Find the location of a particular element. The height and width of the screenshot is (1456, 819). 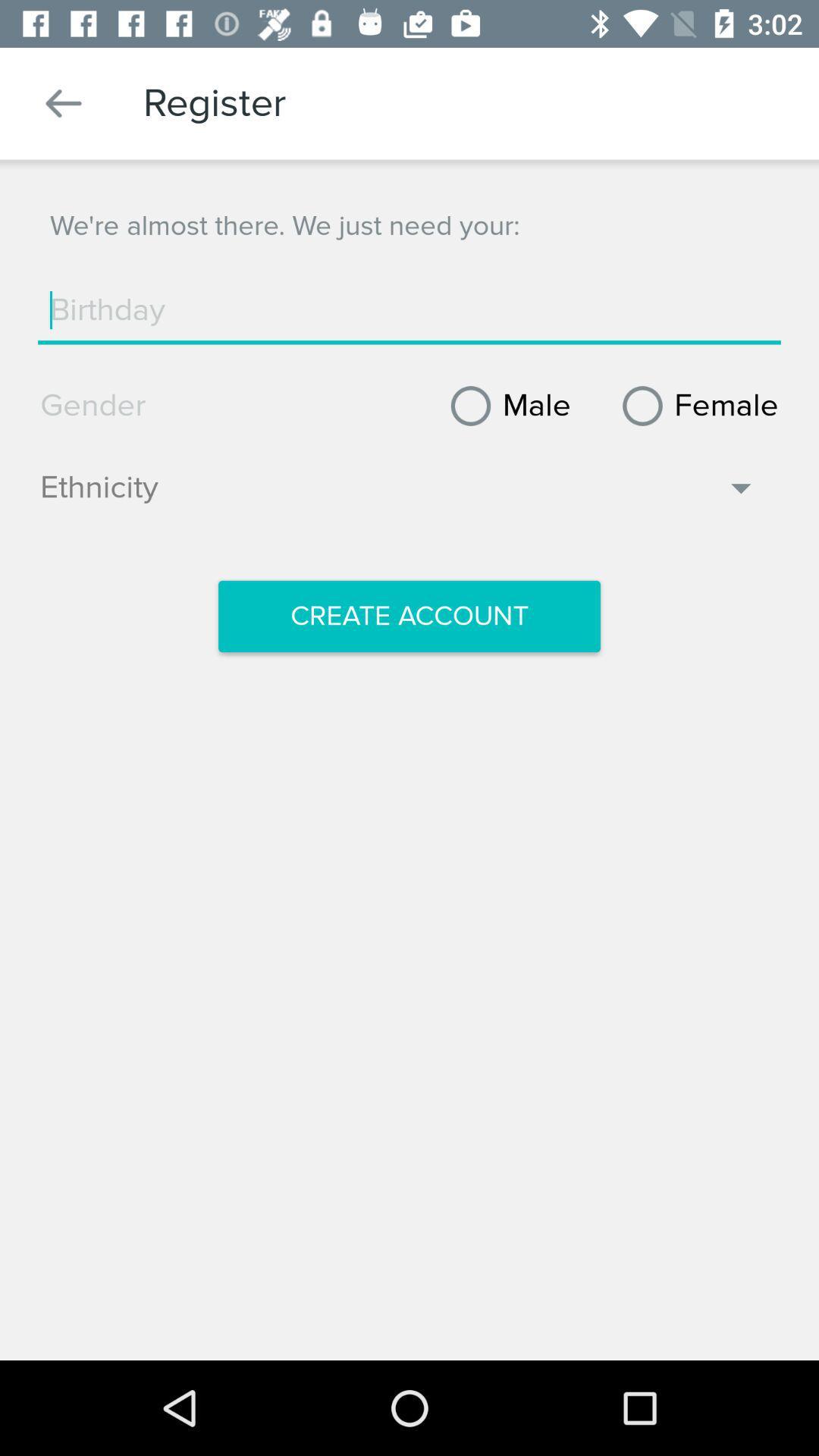

female is located at coordinates (695, 406).